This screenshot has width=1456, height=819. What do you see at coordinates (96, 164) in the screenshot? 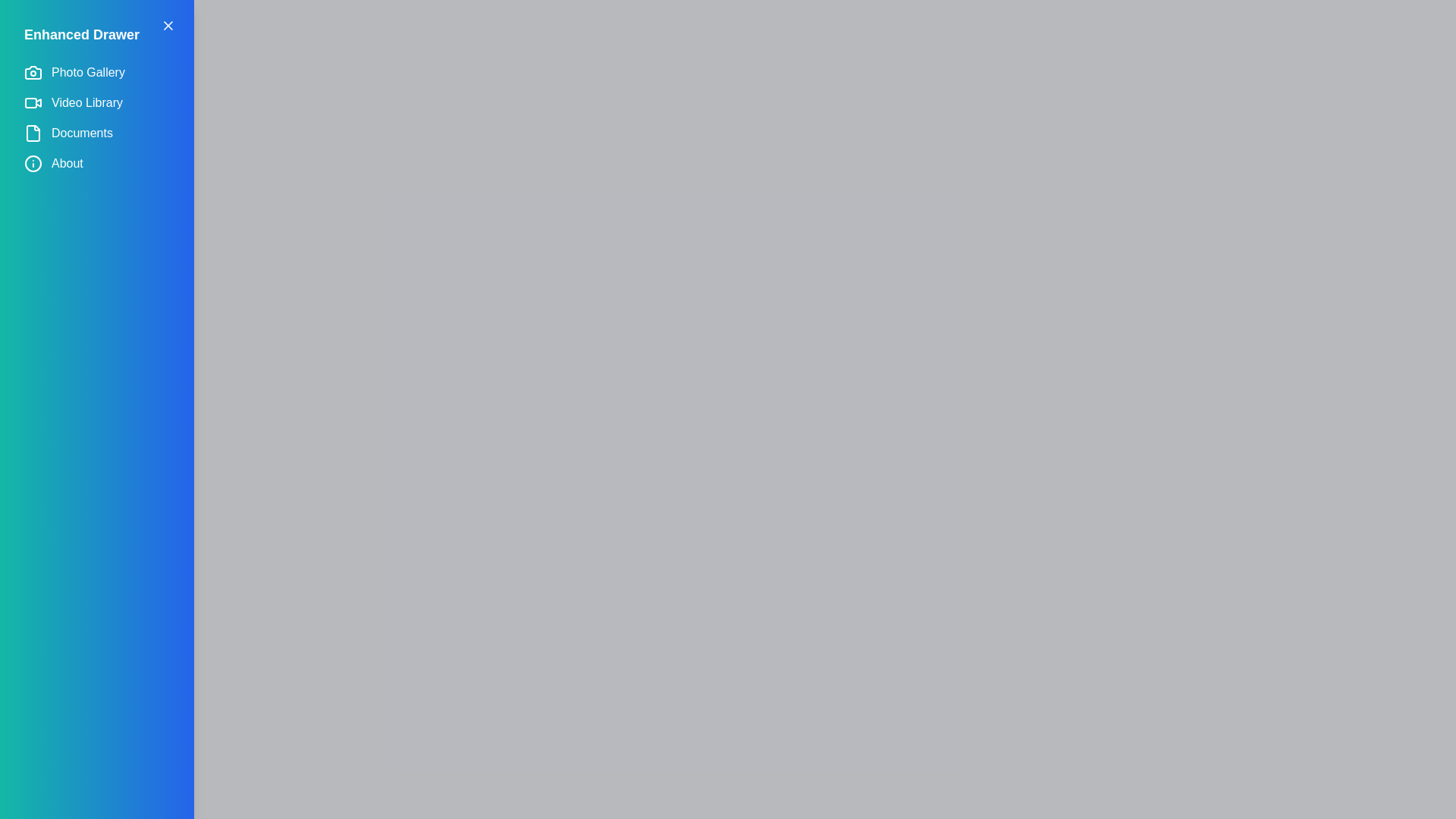
I see `the fourth menu item in the vertical sidebar list to highlight it` at bounding box center [96, 164].